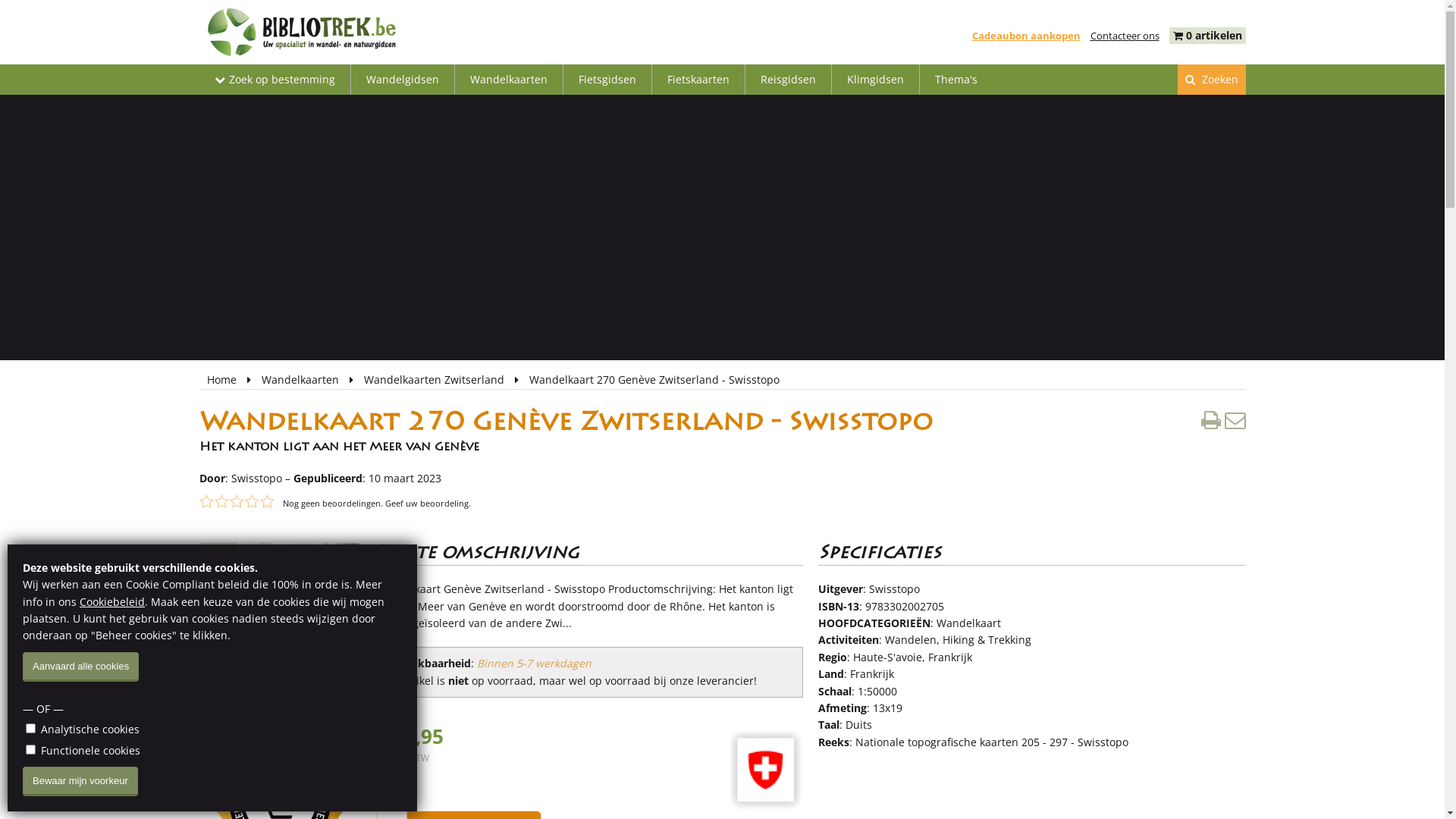  Describe the element at coordinates (301, 378) in the screenshot. I see `'Wandelkaarten'` at that location.